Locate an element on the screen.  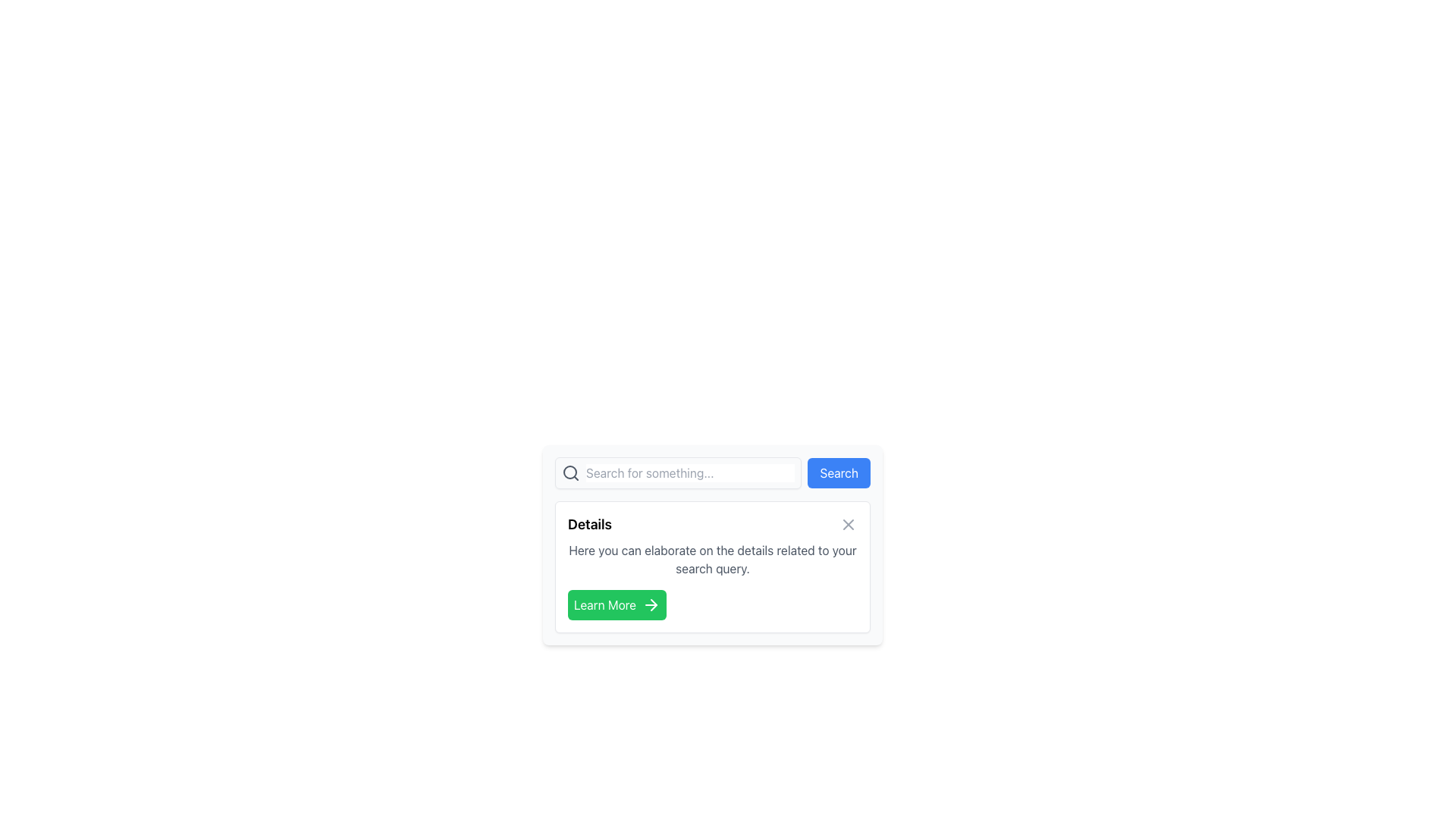
the Close Icon located in the top-right corner of the 'Details' card, which allows users to dismiss the card is located at coordinates (847, 523).